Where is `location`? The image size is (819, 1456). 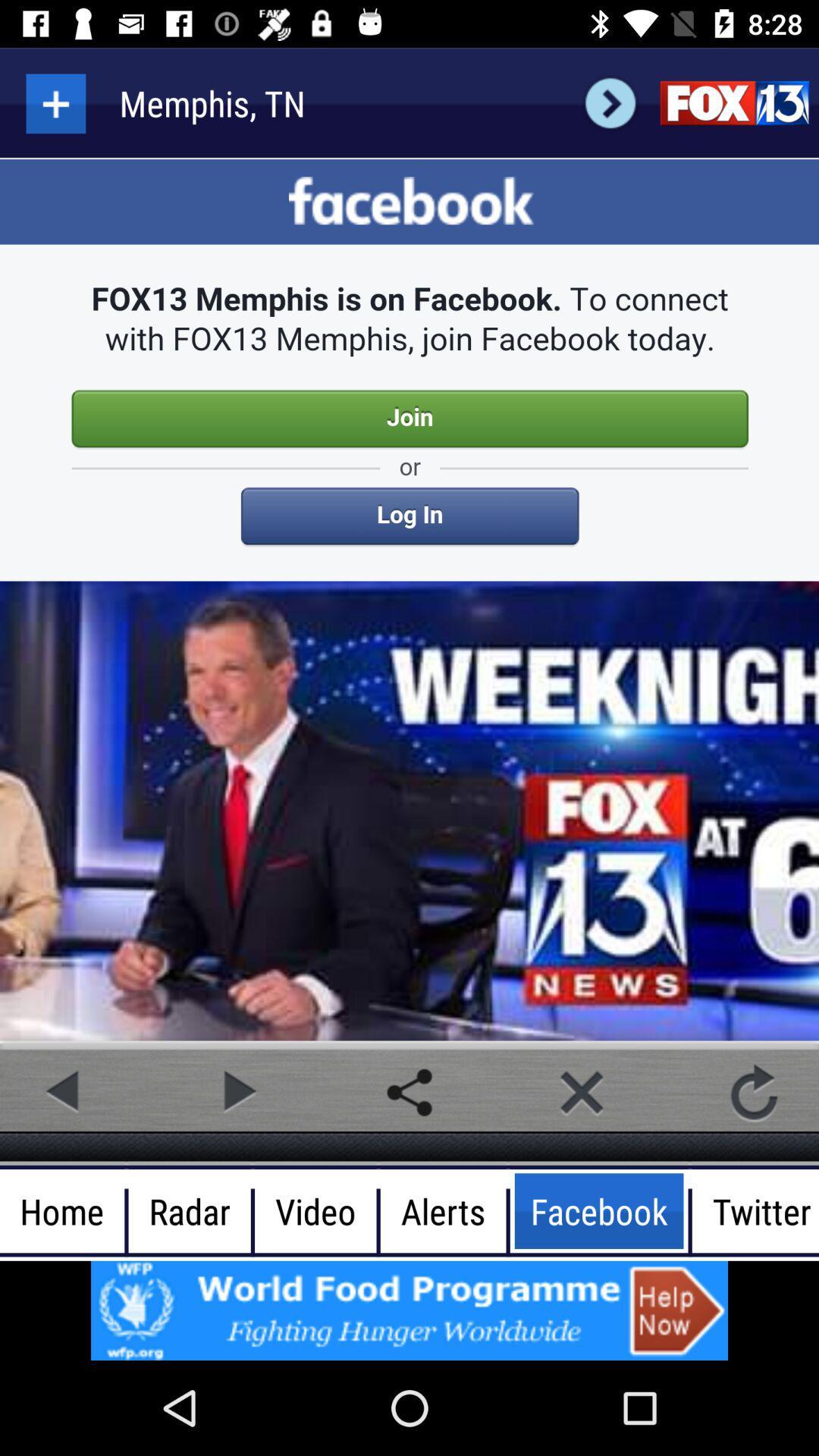
location is located at coordinates (55, 102).